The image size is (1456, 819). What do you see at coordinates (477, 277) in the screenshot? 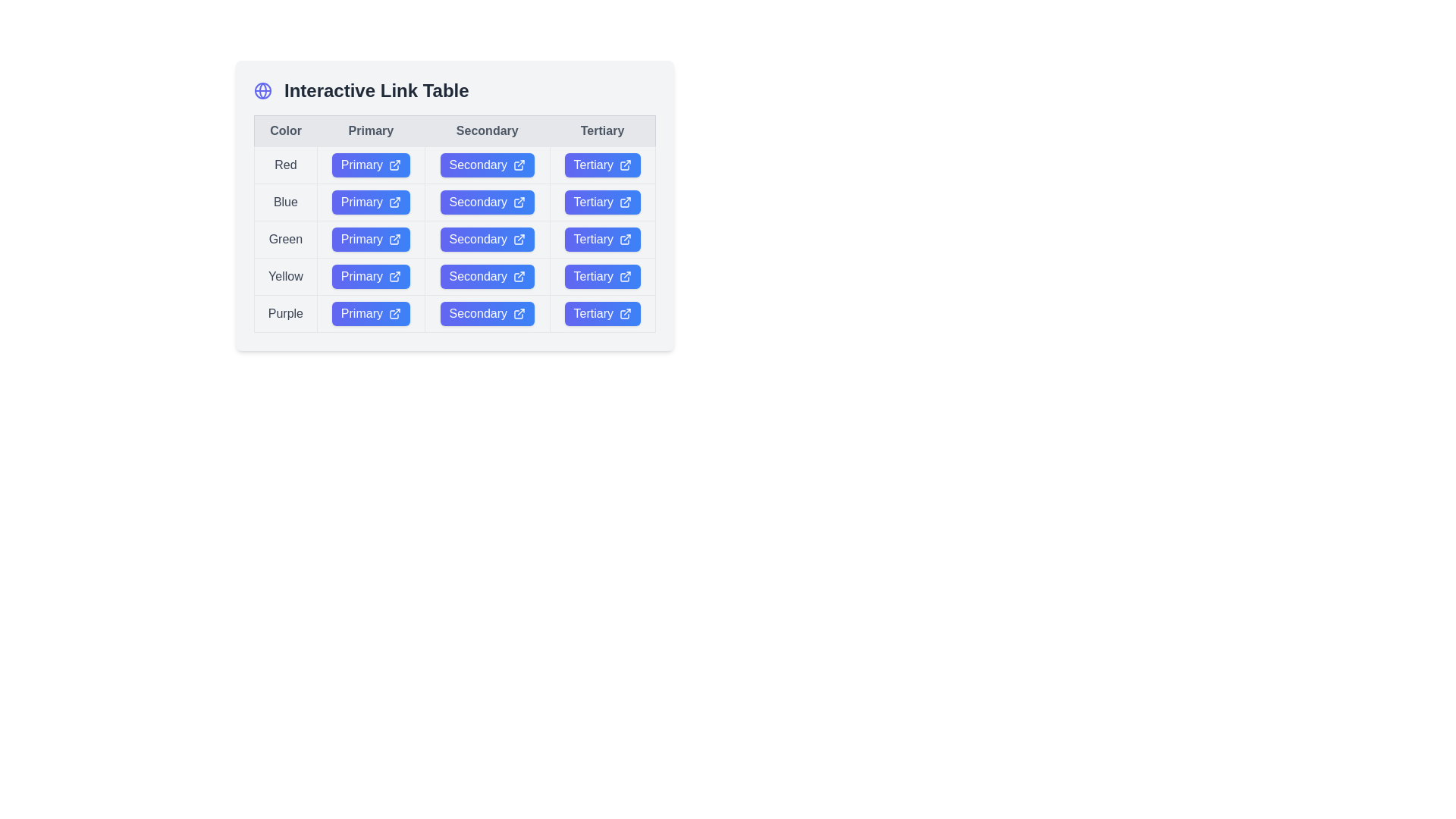
I see `the 'Secondary' text label within the button component located in the 'Yellow' row of the table, specifically in the 'Secondary' column and to the left of the external link icon` at bounding box center [477, 277].